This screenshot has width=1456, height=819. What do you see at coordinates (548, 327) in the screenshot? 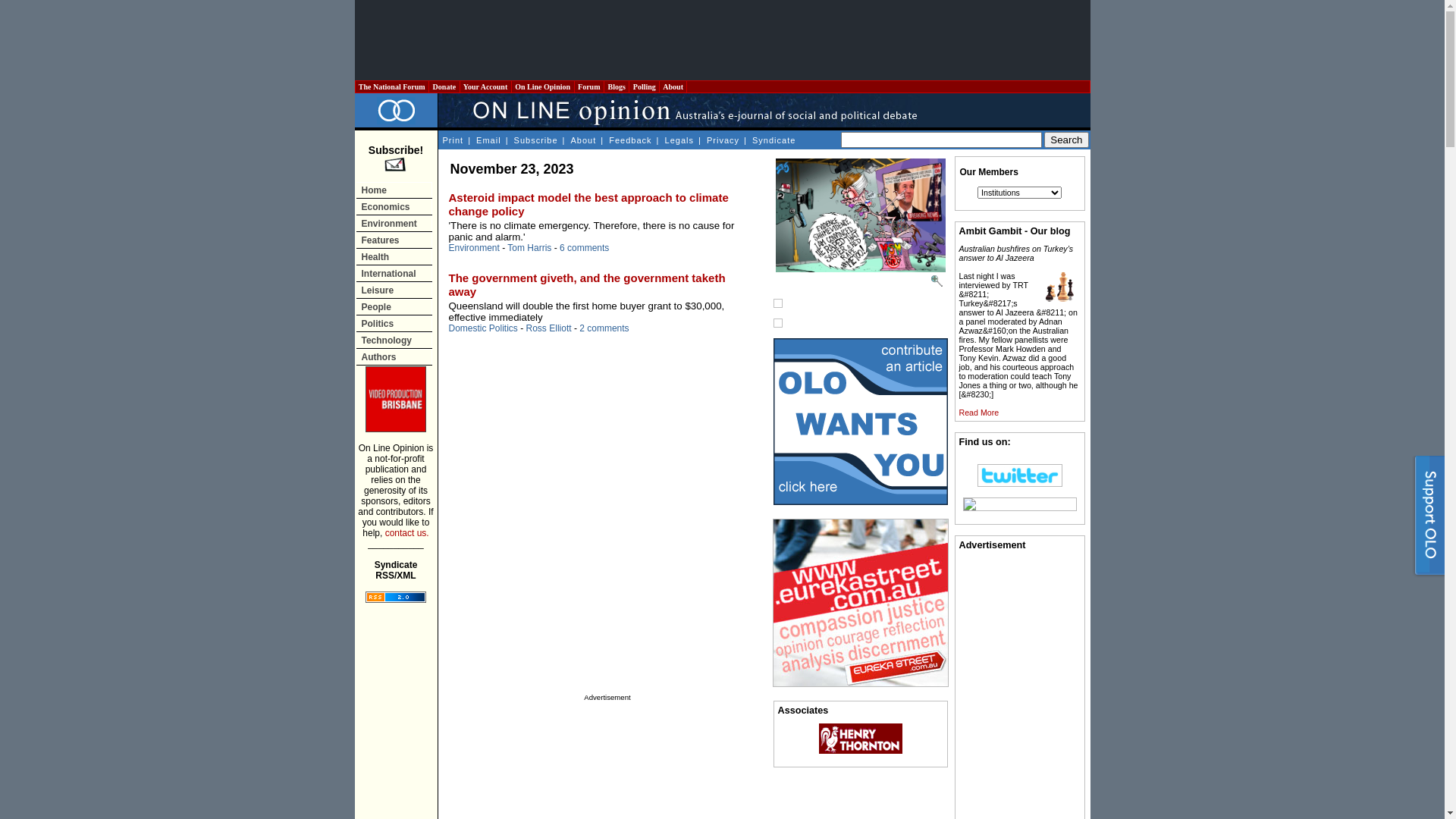
I see `'Ross Elliott'` at bounding box center [548, 327].